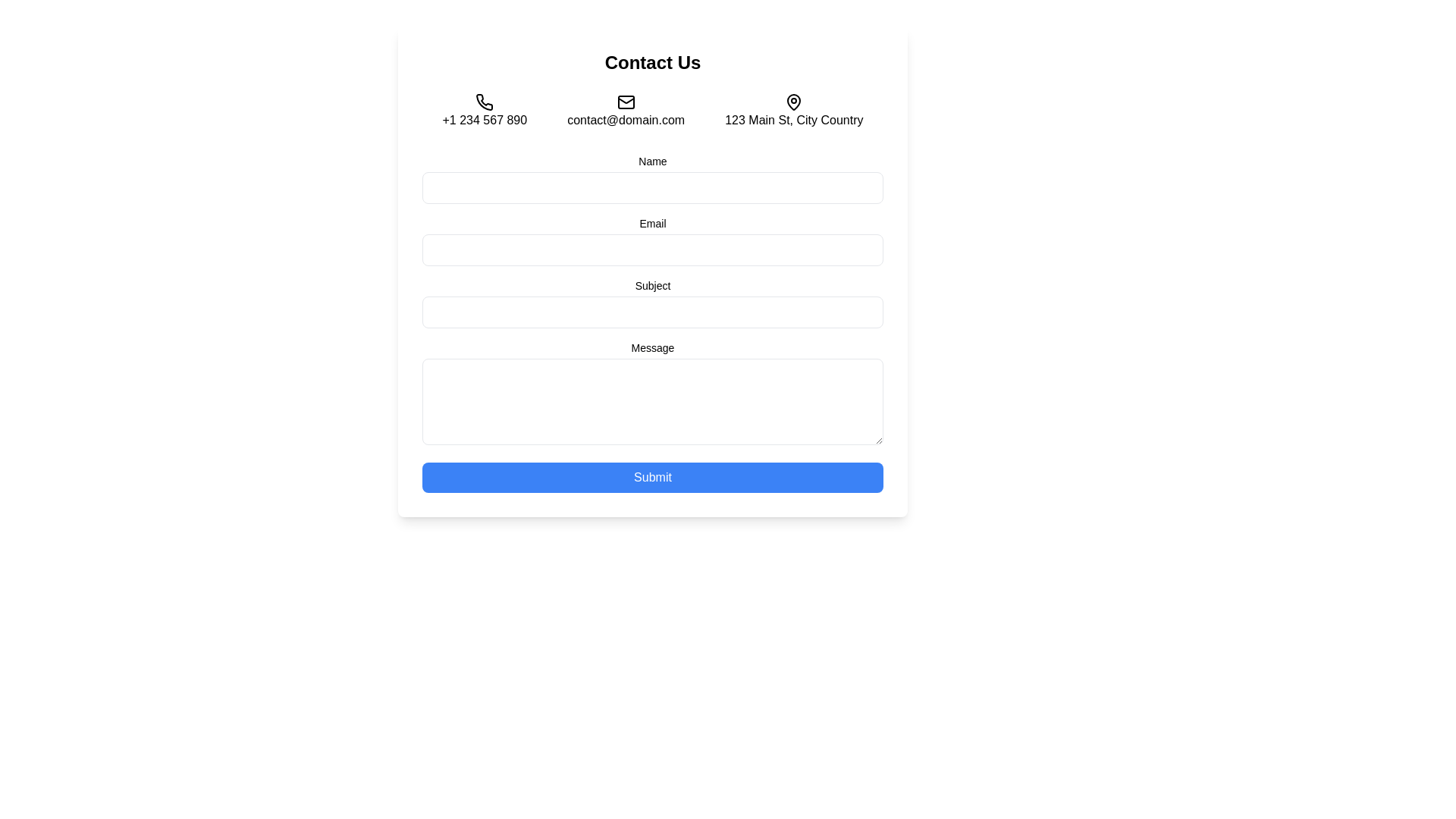 The height and width of the screenshot is (819, 1456). I want to click on the 'Submit' button with a blue background and white text to change its background color, so click(652, 476).